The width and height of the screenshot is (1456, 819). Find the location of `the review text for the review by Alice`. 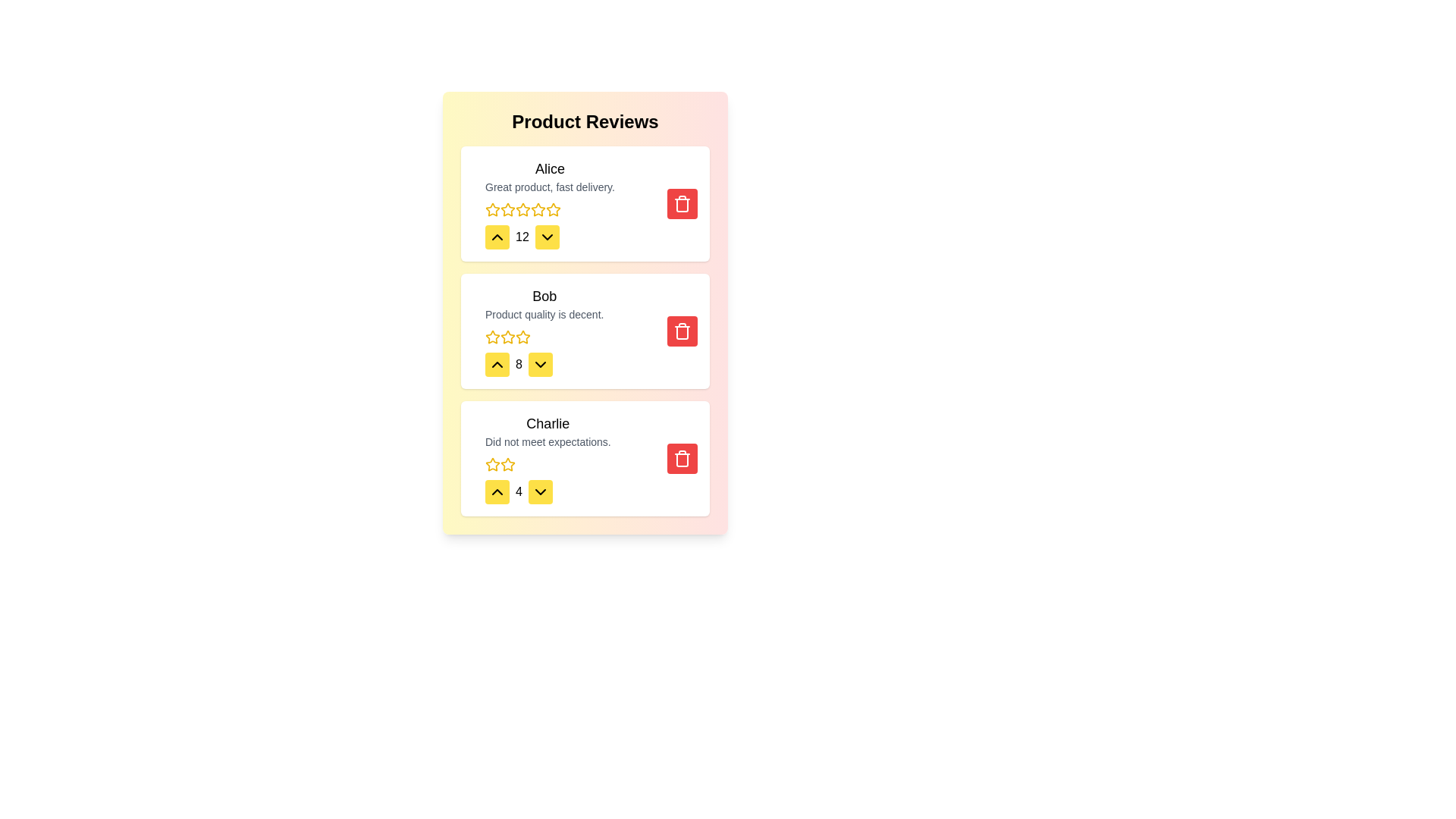

the review text for the review by Alice is located at coordinates (484, 158).